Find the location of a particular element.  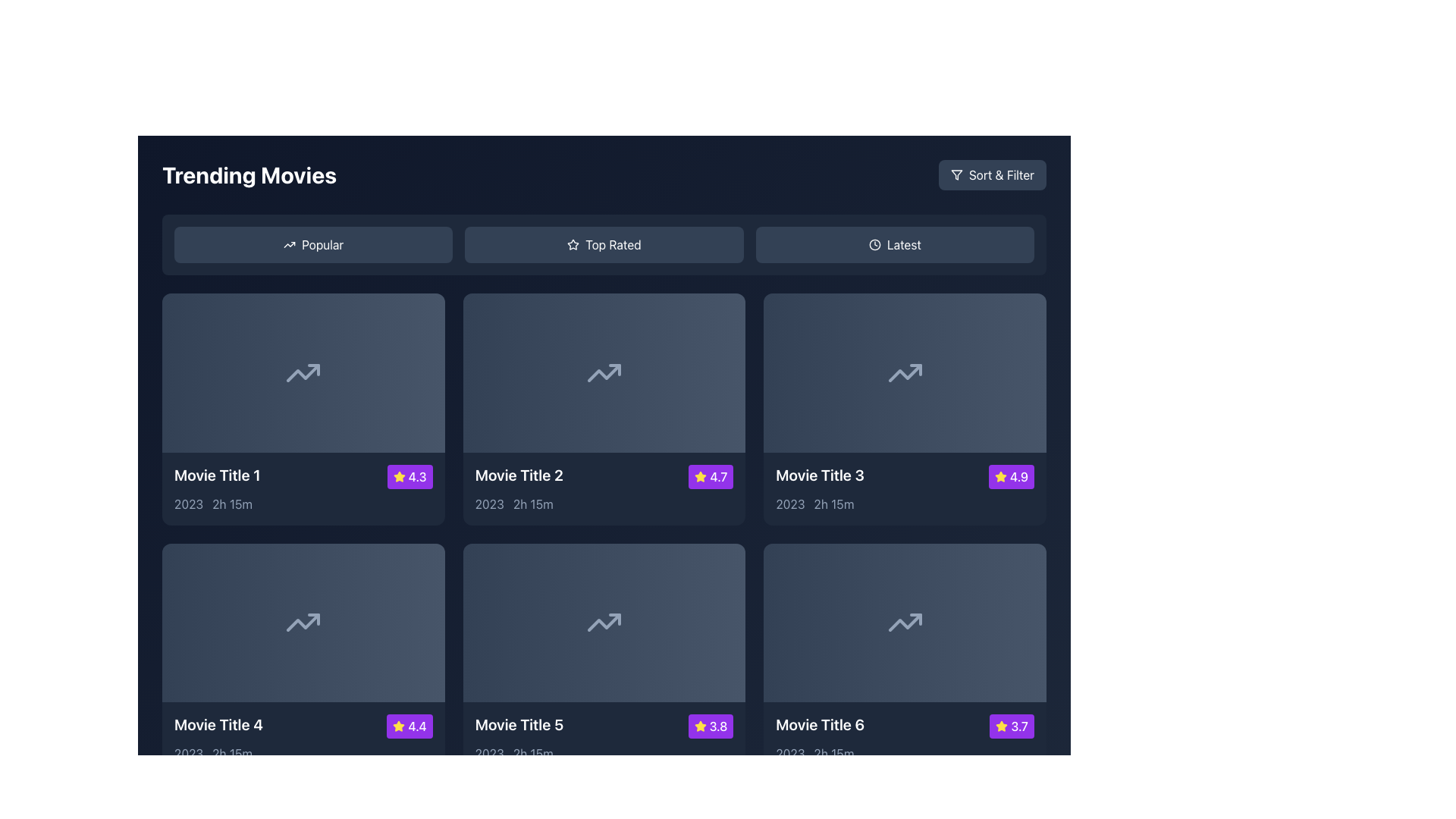

the Rating Display element located in the bottom-right corner of the 'Movie Title 5' card to visually inspect the movie's rating is located at coordinates (710, 726).